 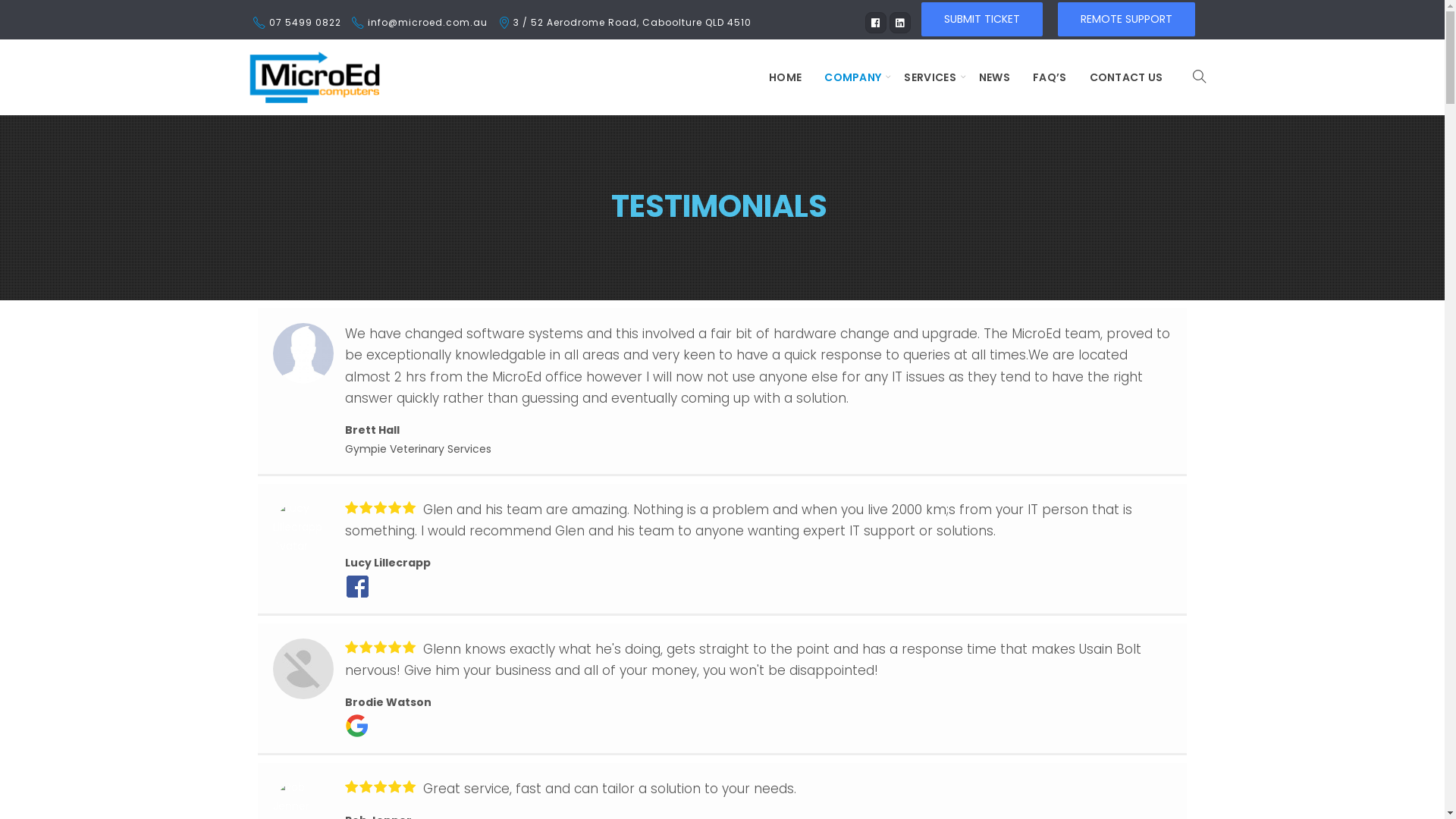 What do you see at coordinates (303, 22) in the screenshot?
I see `'07 5499 0822'` at bounding box center [303, 22].